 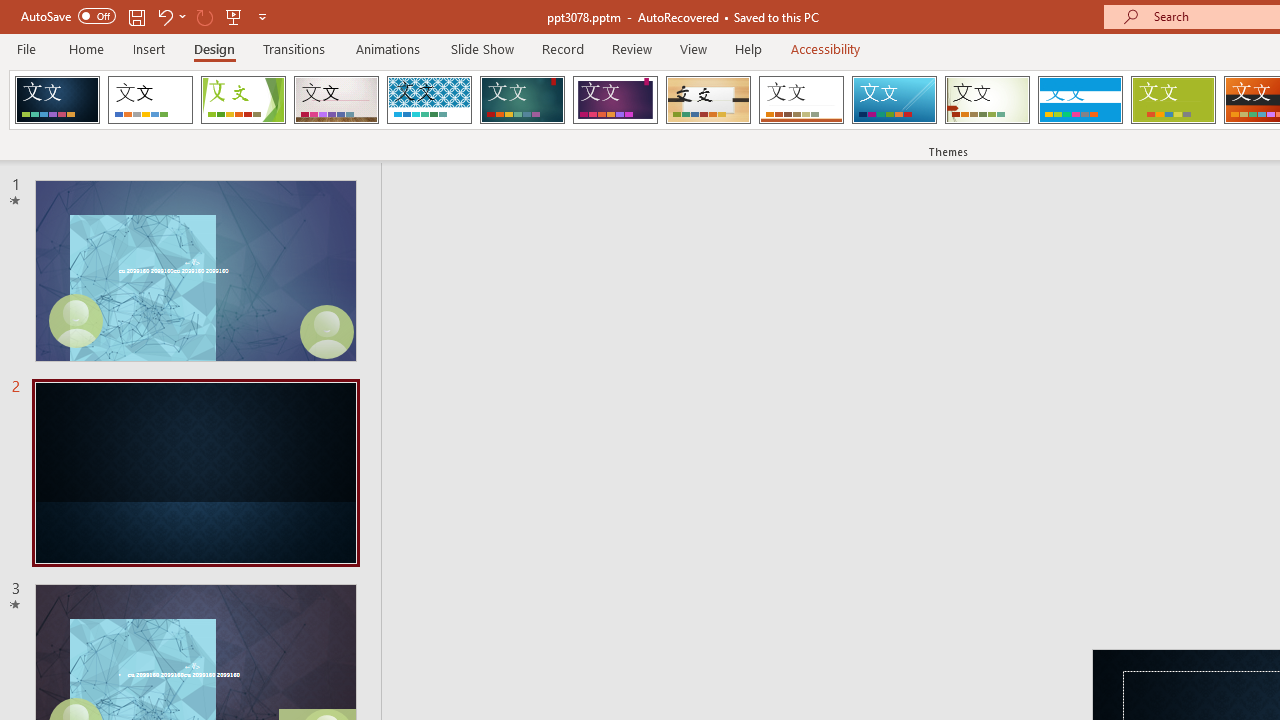 I want to click on 'Organic', so click(x=708, y=100).